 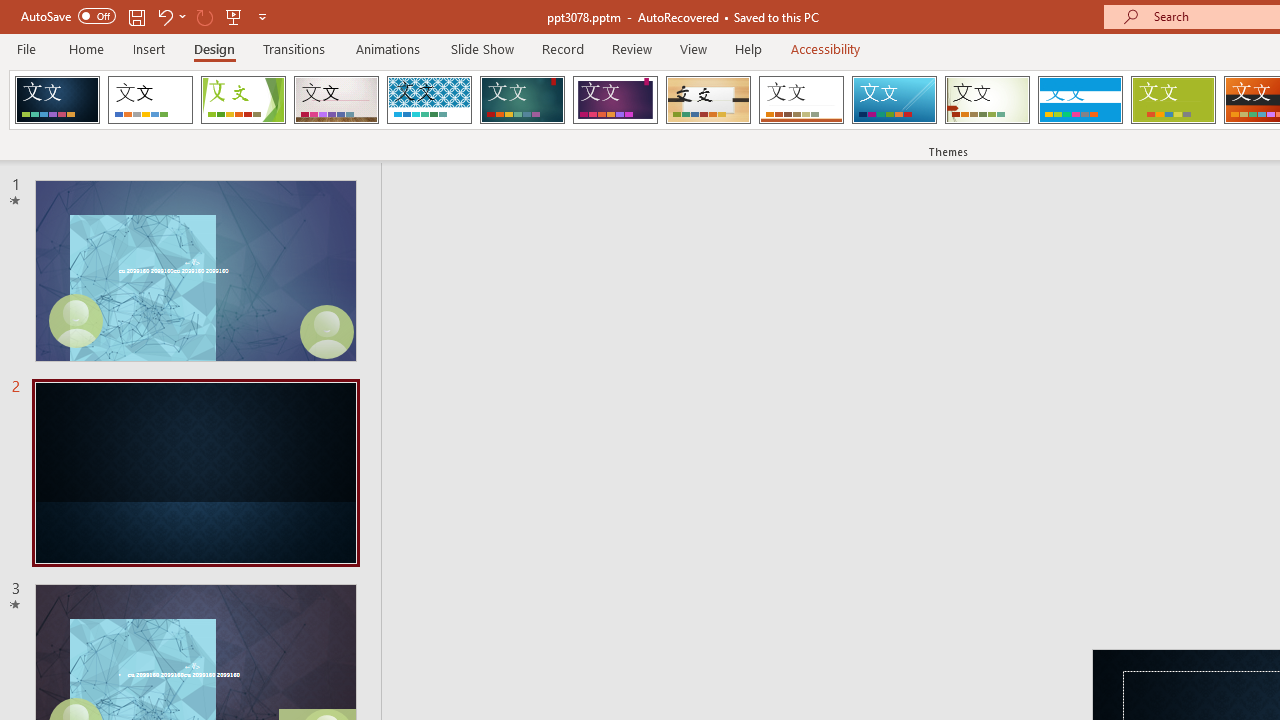 I want to click on 'Organic', so click(x=708, y=100).